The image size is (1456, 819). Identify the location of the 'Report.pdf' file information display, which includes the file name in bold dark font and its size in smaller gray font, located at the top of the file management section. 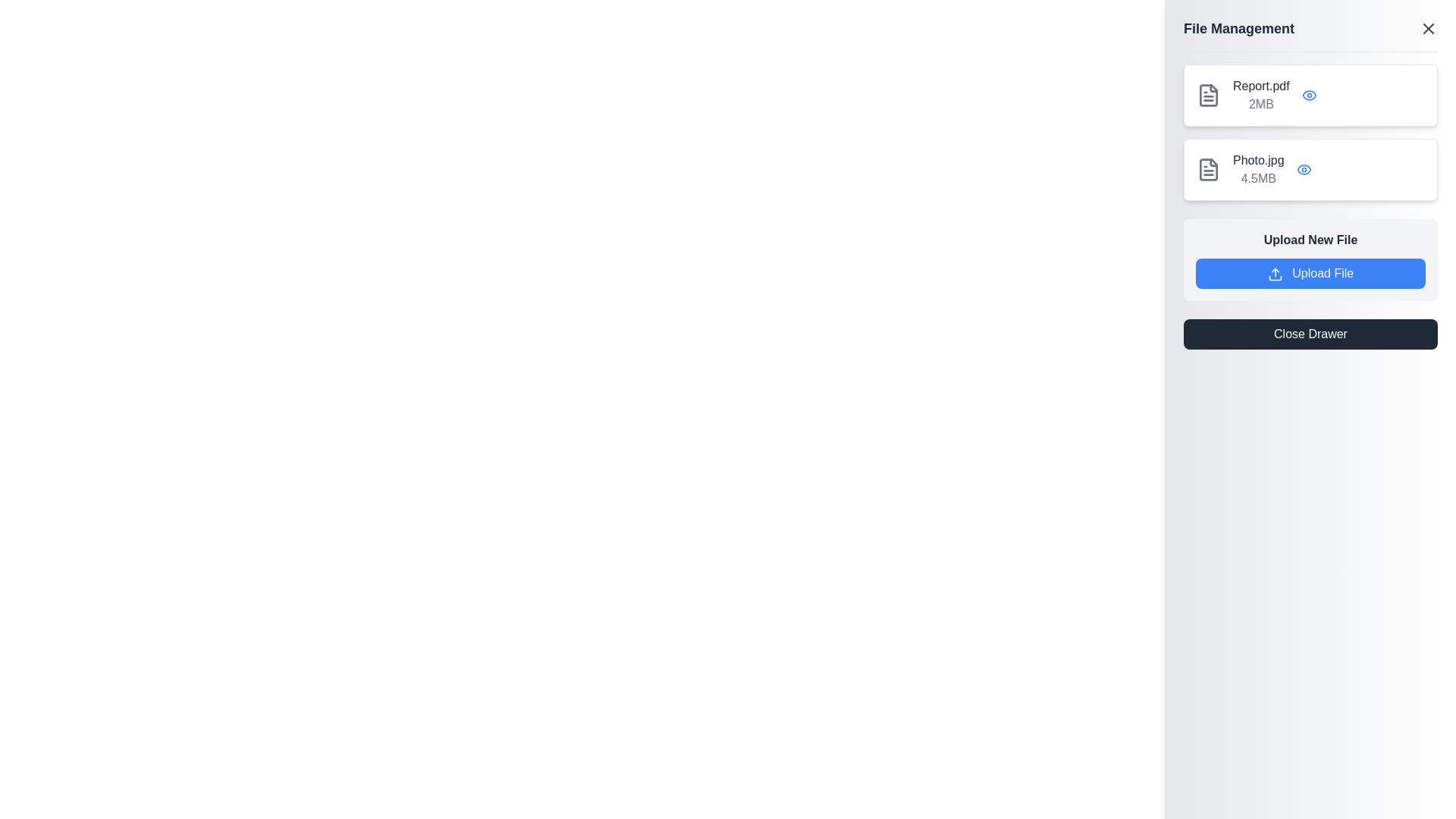
(1261, 96).